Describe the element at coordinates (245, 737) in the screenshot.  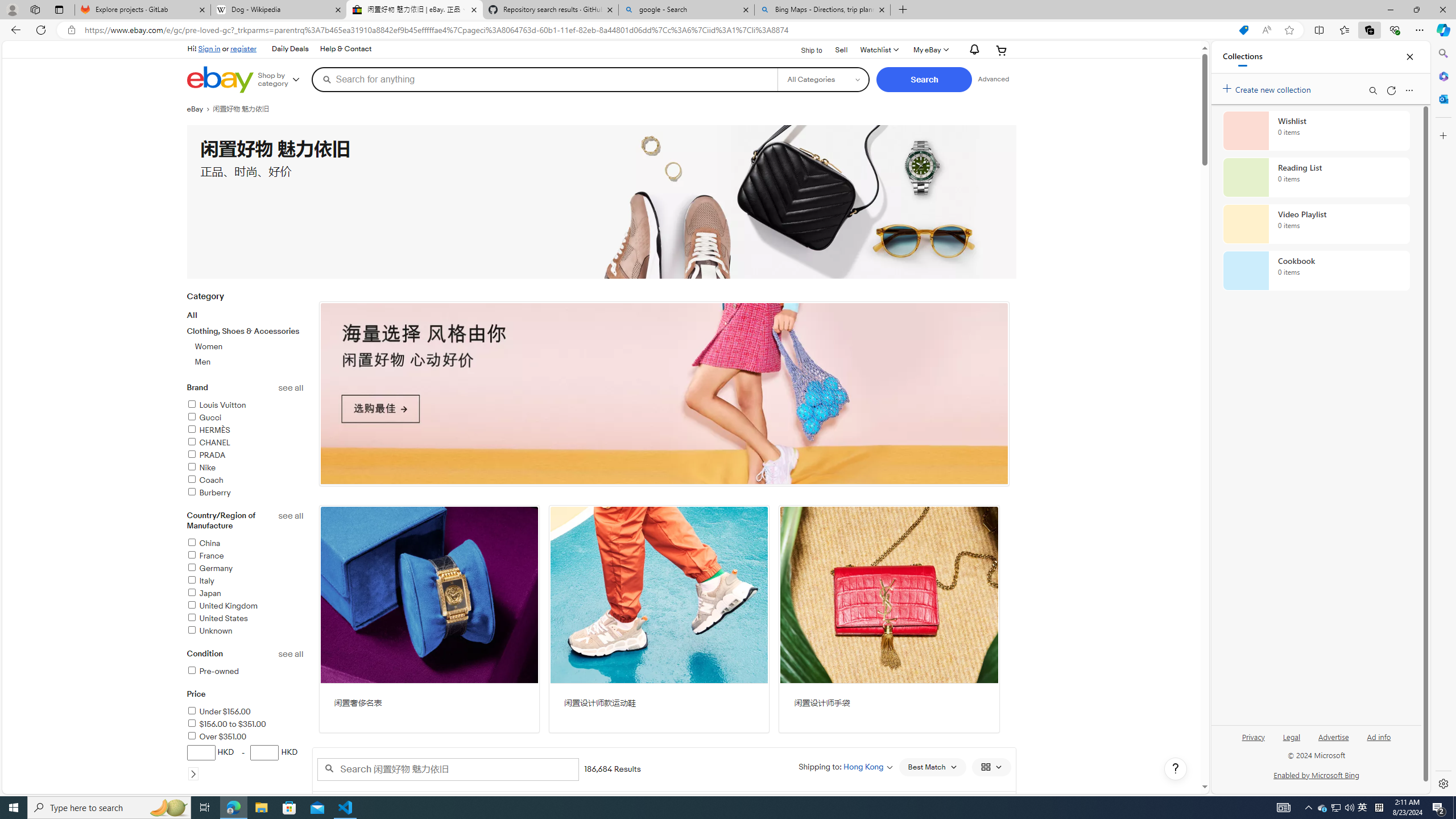
I see `'Over $351.00'` at that location.